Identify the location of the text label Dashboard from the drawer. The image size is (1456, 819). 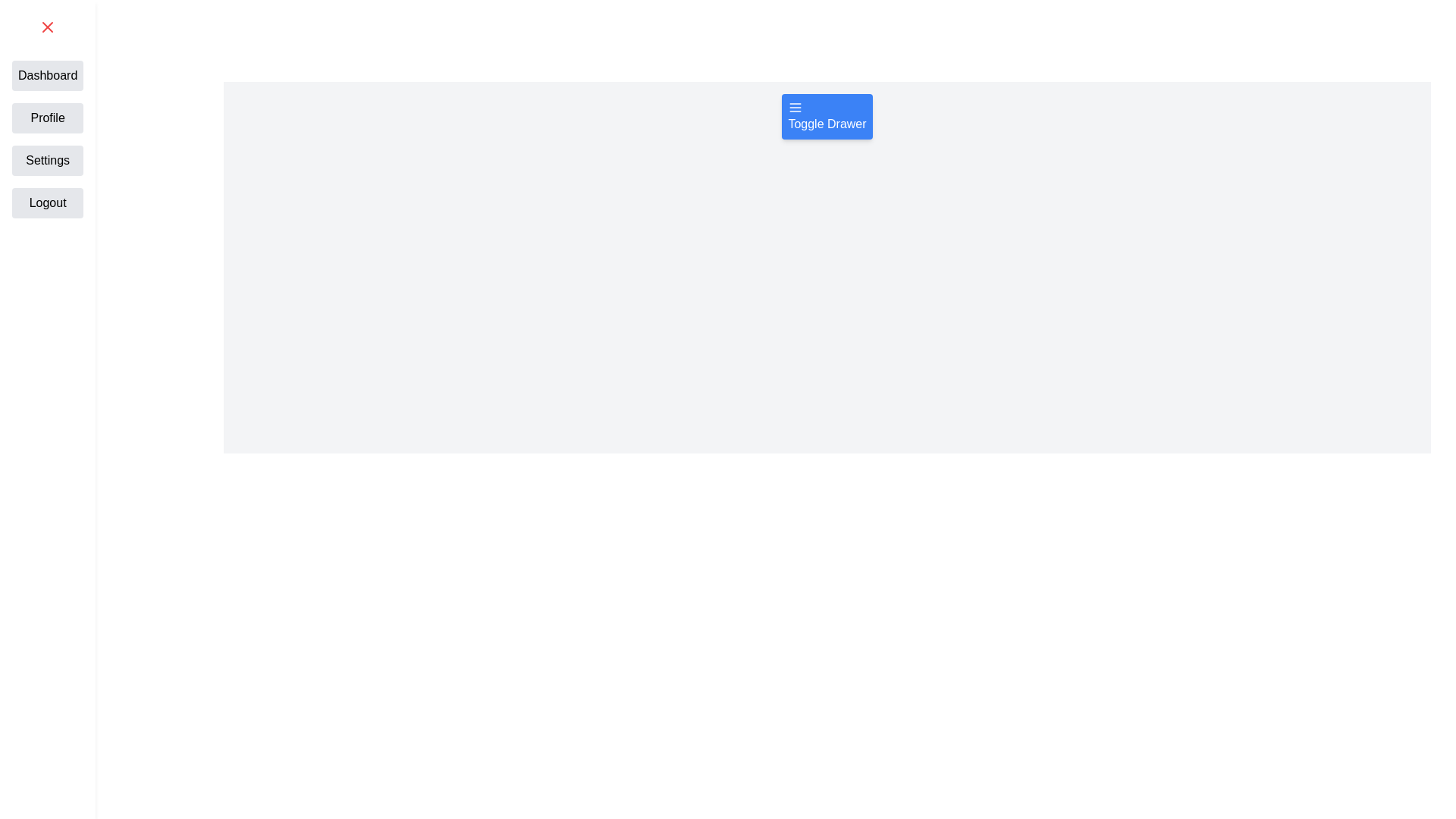
(48, 76).